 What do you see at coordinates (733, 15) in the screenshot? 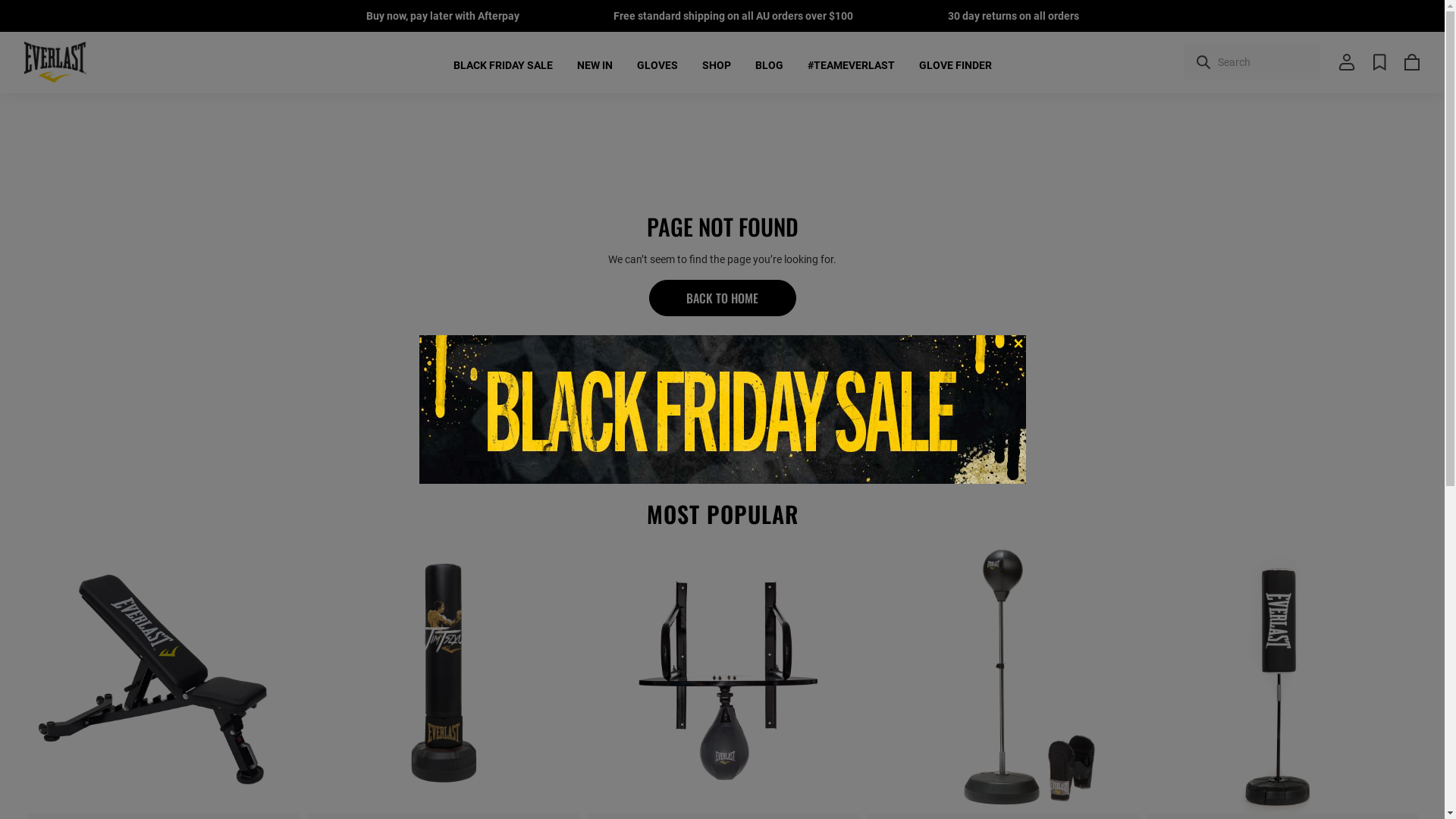
I see `'Free standard shipping on all AU orders over $100'` at bounding box center [733, 15].